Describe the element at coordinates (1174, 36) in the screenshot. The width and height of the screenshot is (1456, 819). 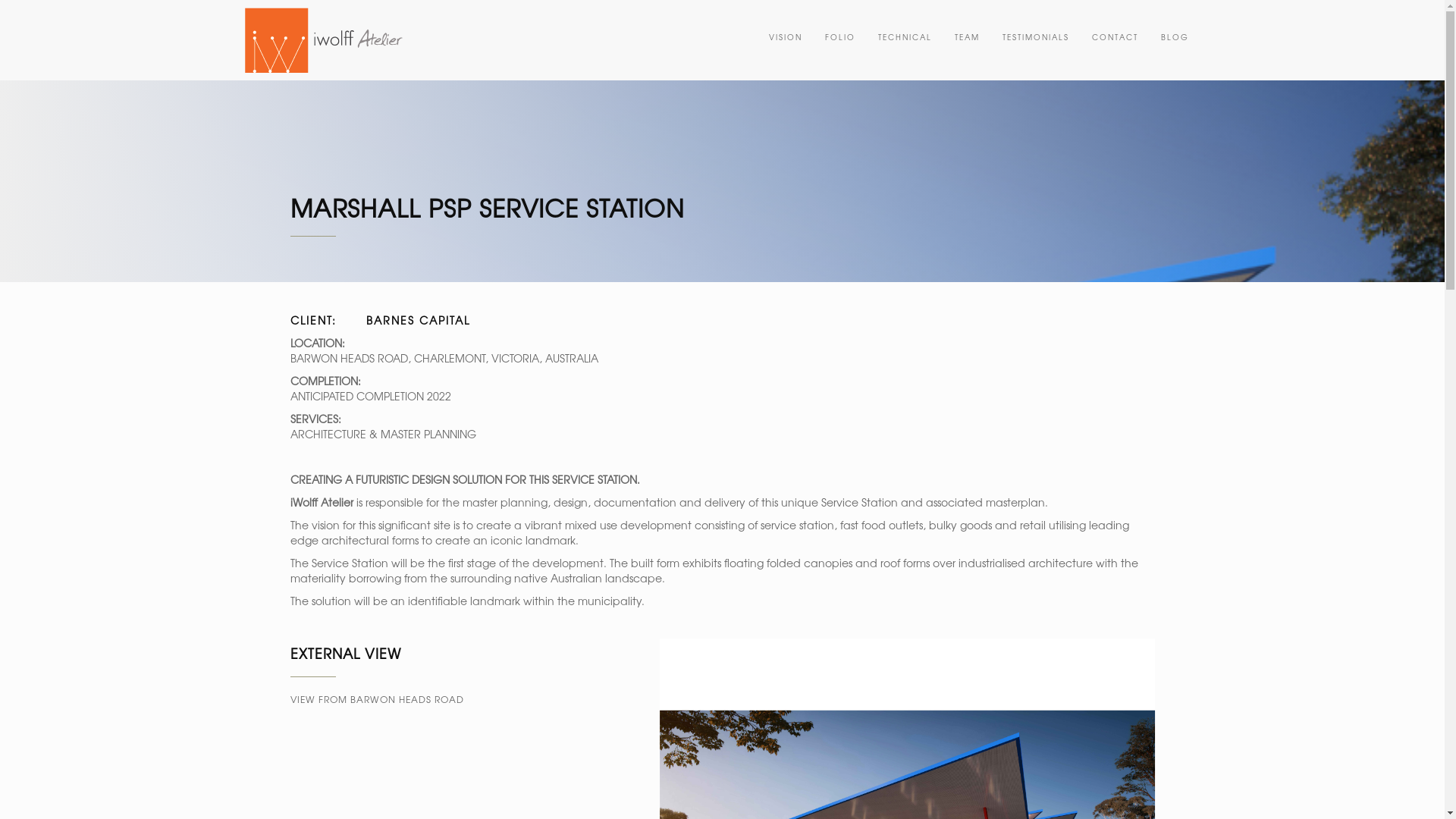
I see `'BLOG'` at that location.